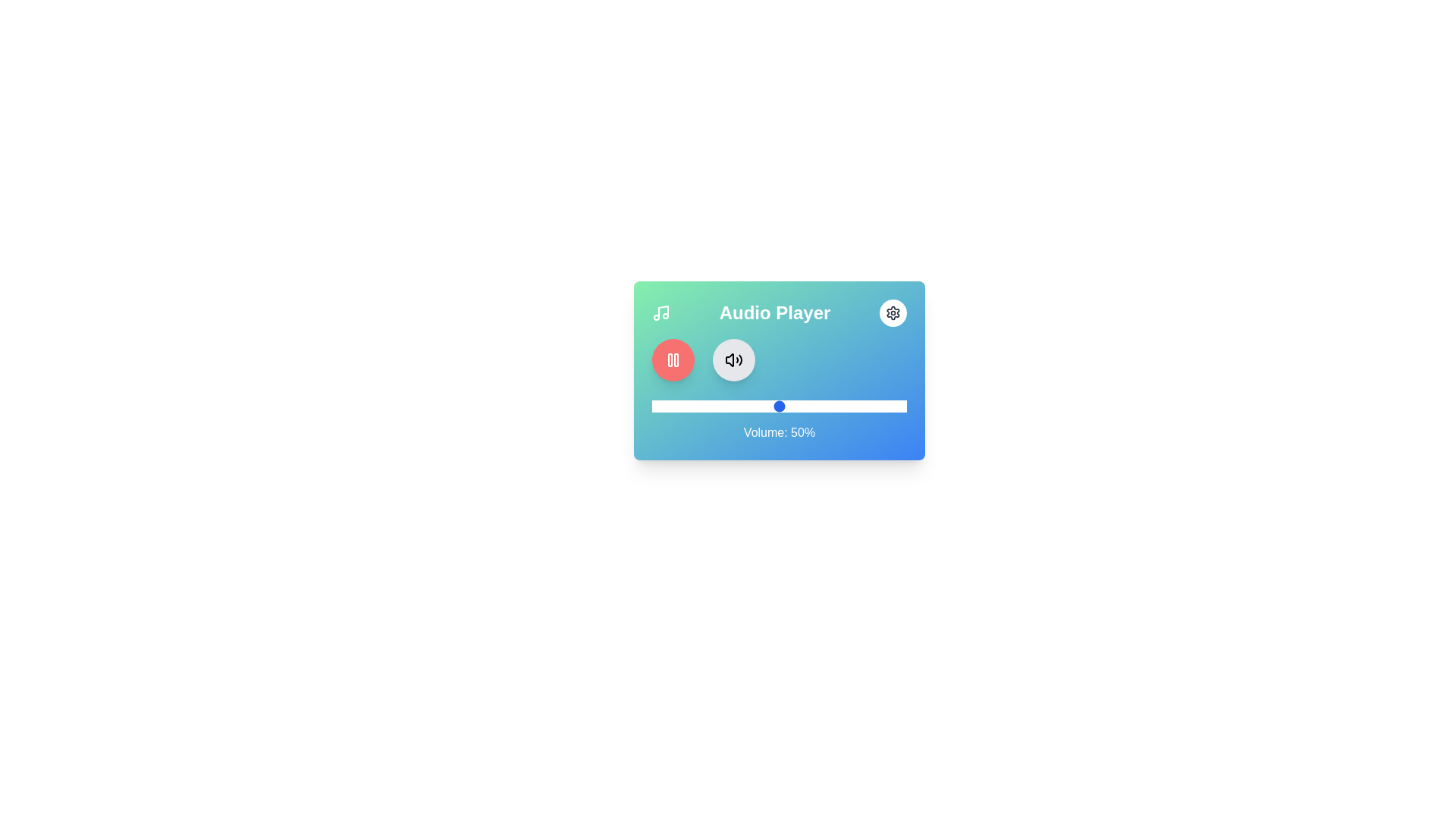 This screenshot has height=819, width=1456. What do you see at coordinates (673, 359) in the screenshot?
I see `the first button in the row within the 'Audio Player' component` at bounding box center [673, 359].